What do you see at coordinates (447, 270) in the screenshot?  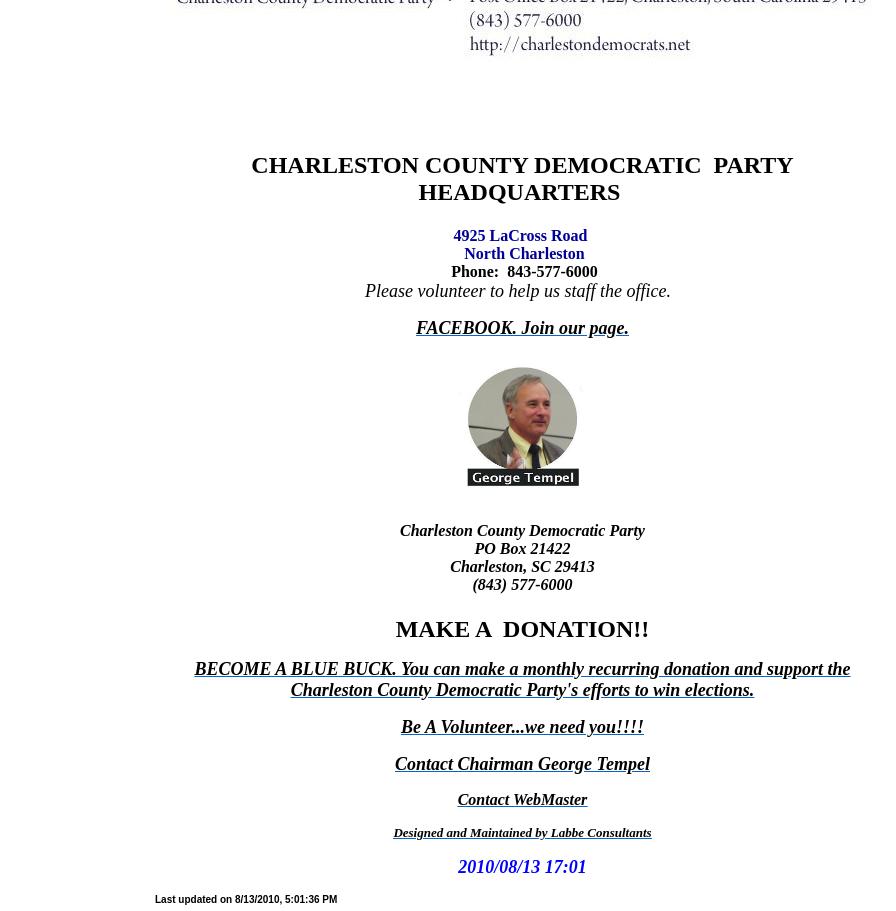 I see `'Phone:  843-577-6000'` at bounding box center [447, 270].